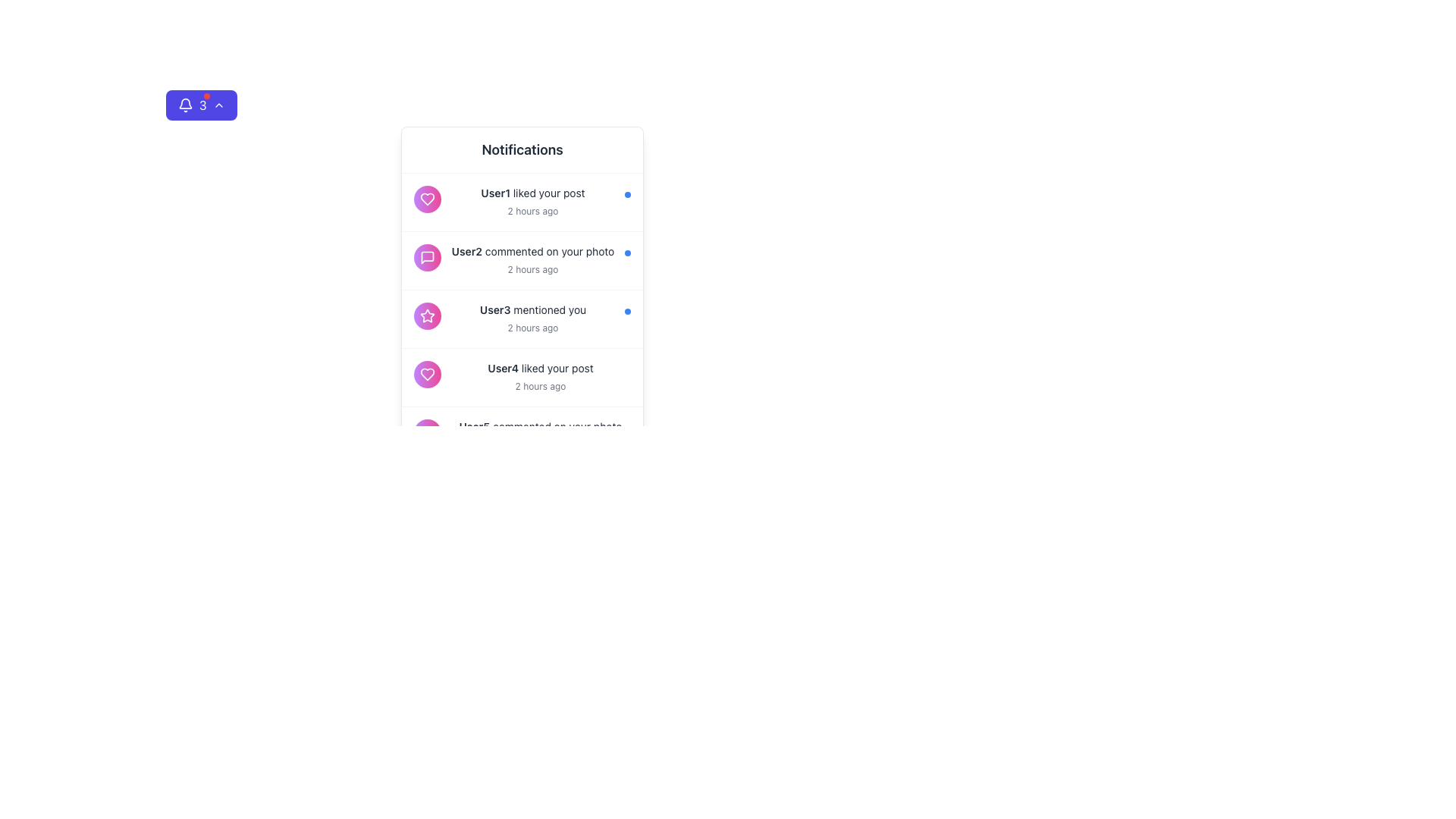  I want to click on the heart-shaped icon outlined in white, which is located in the notifications section, centered within its circular gradient background, so click(427, 374).